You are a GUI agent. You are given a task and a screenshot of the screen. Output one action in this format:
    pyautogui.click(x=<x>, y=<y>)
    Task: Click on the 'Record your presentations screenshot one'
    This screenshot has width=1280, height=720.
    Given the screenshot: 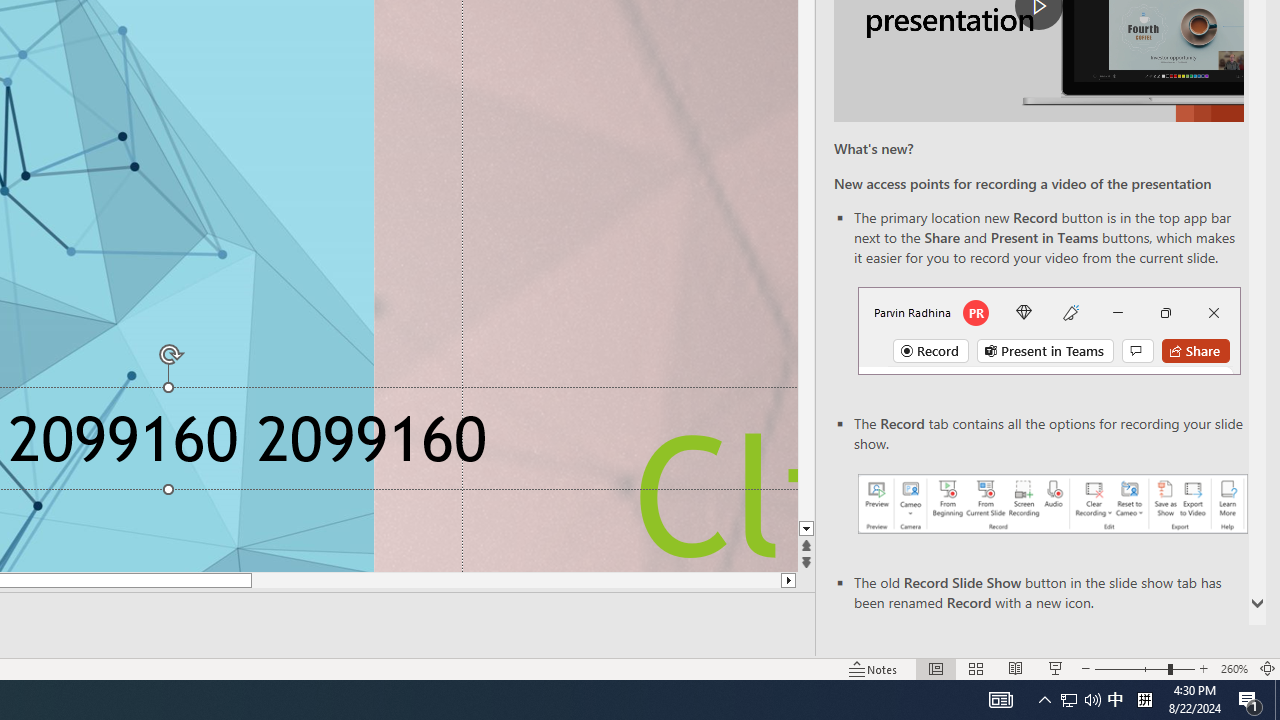 What is the action you would take?
    pyautogui.click(x=1051, y=502)
    